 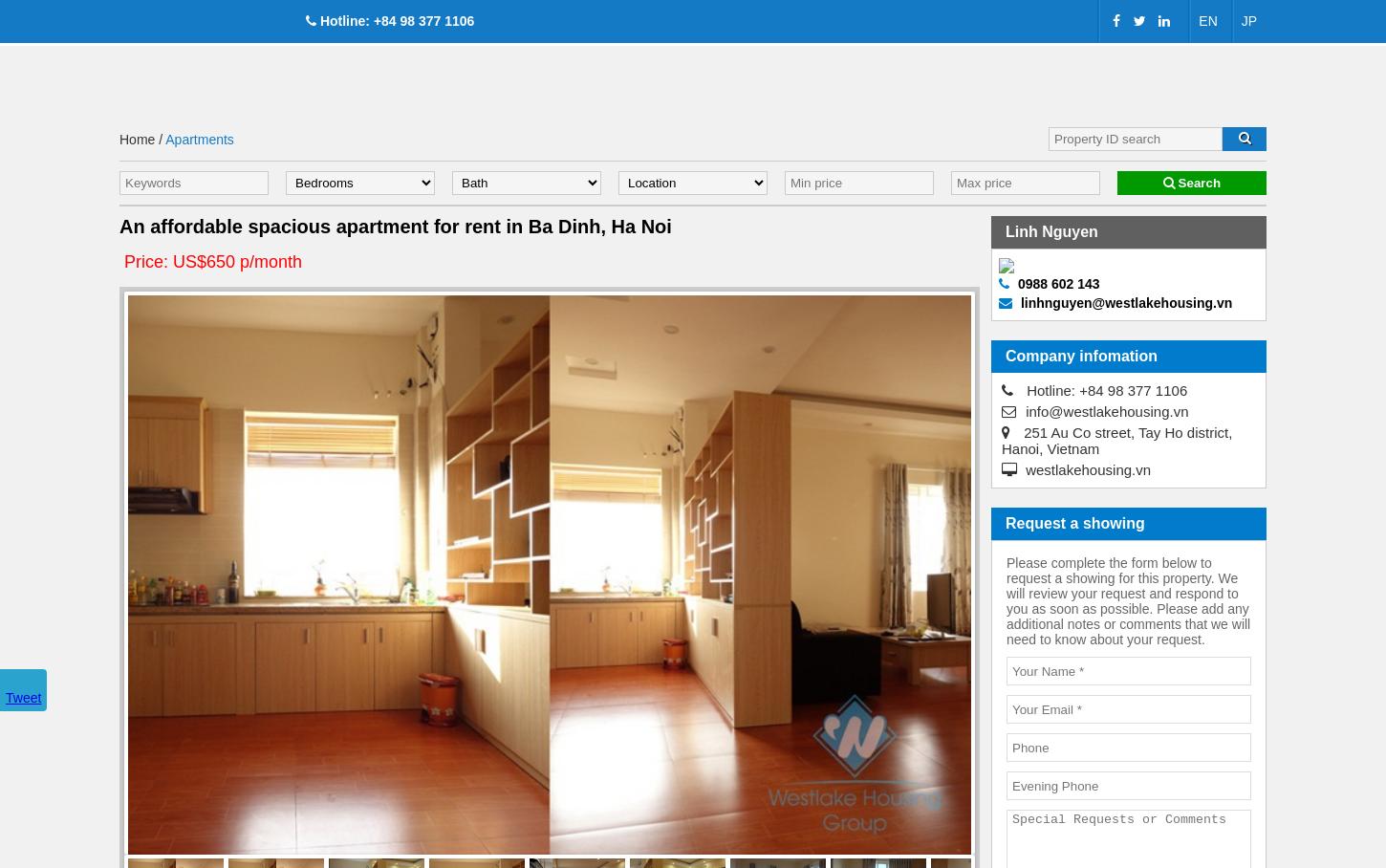 I want to click on 'An affordable spacious apartment for rent in Ba Dinh, Ha Noi', so click(x=394, y=225).